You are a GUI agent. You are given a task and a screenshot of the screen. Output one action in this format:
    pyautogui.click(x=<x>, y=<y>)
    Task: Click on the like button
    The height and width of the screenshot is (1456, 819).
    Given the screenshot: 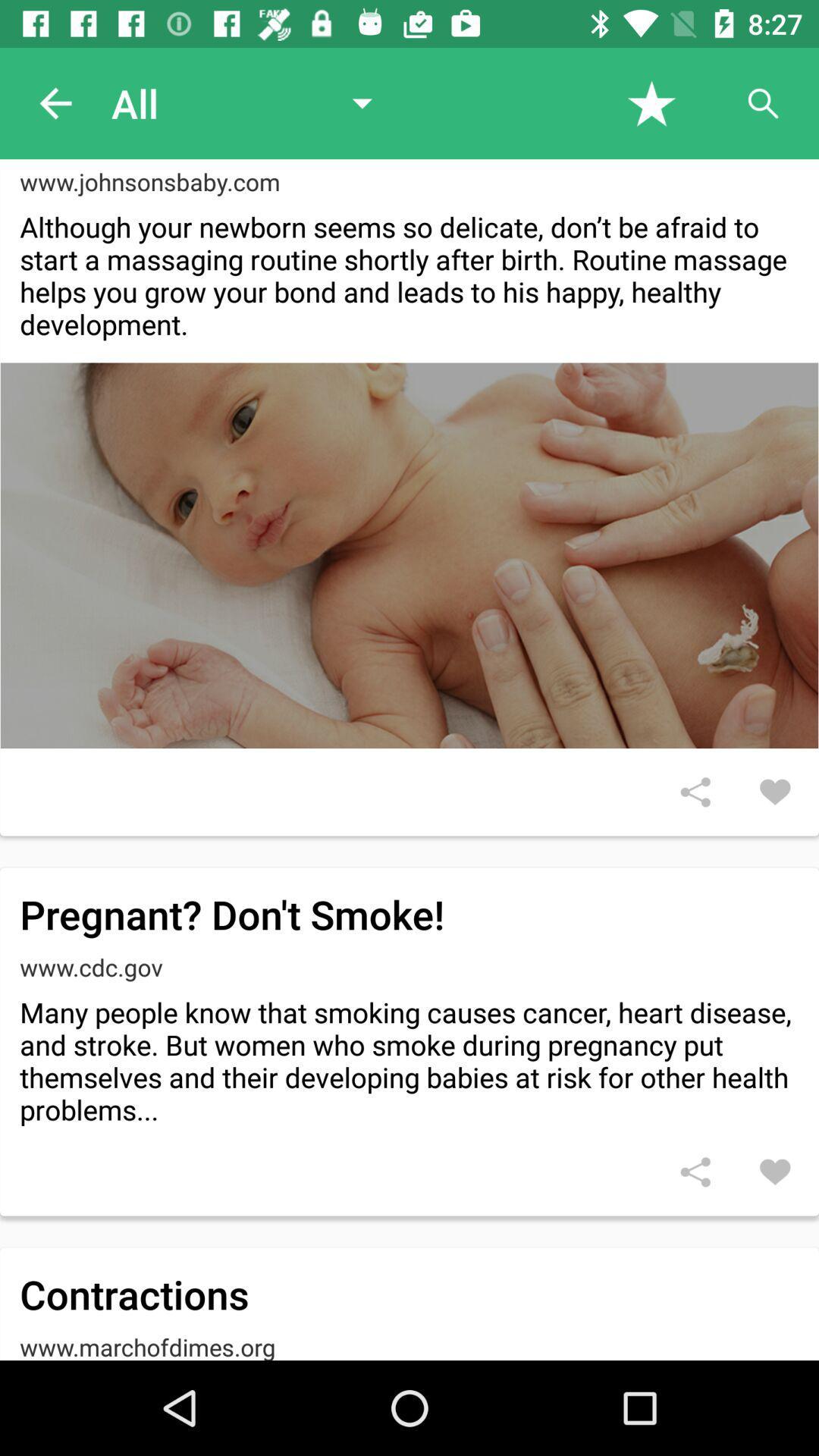 What is the action you would take?
    pyautogui.click(x=775, y=791)
    